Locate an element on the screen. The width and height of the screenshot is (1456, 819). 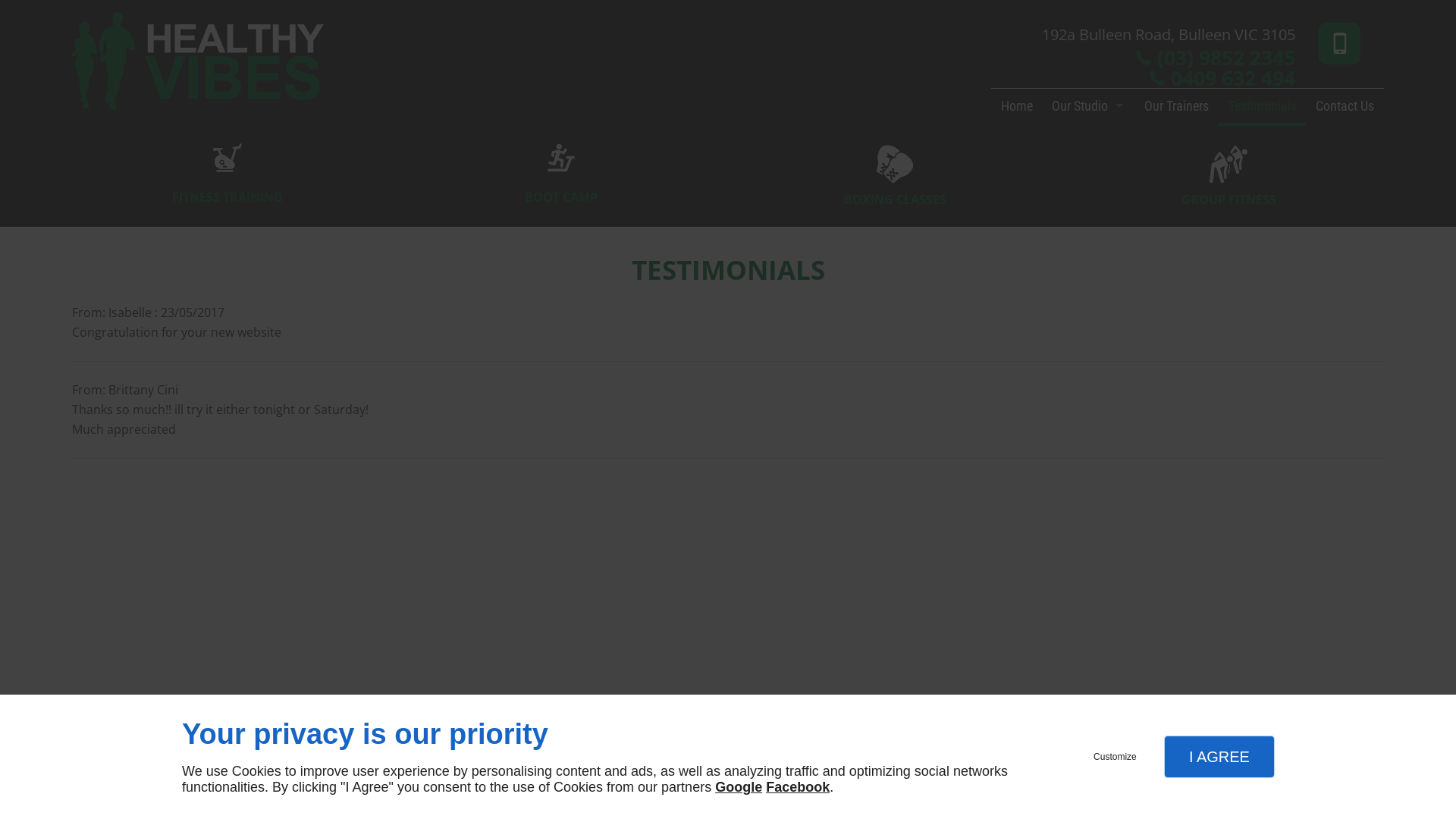
'Facebook' is located at coordinates (698, 741).